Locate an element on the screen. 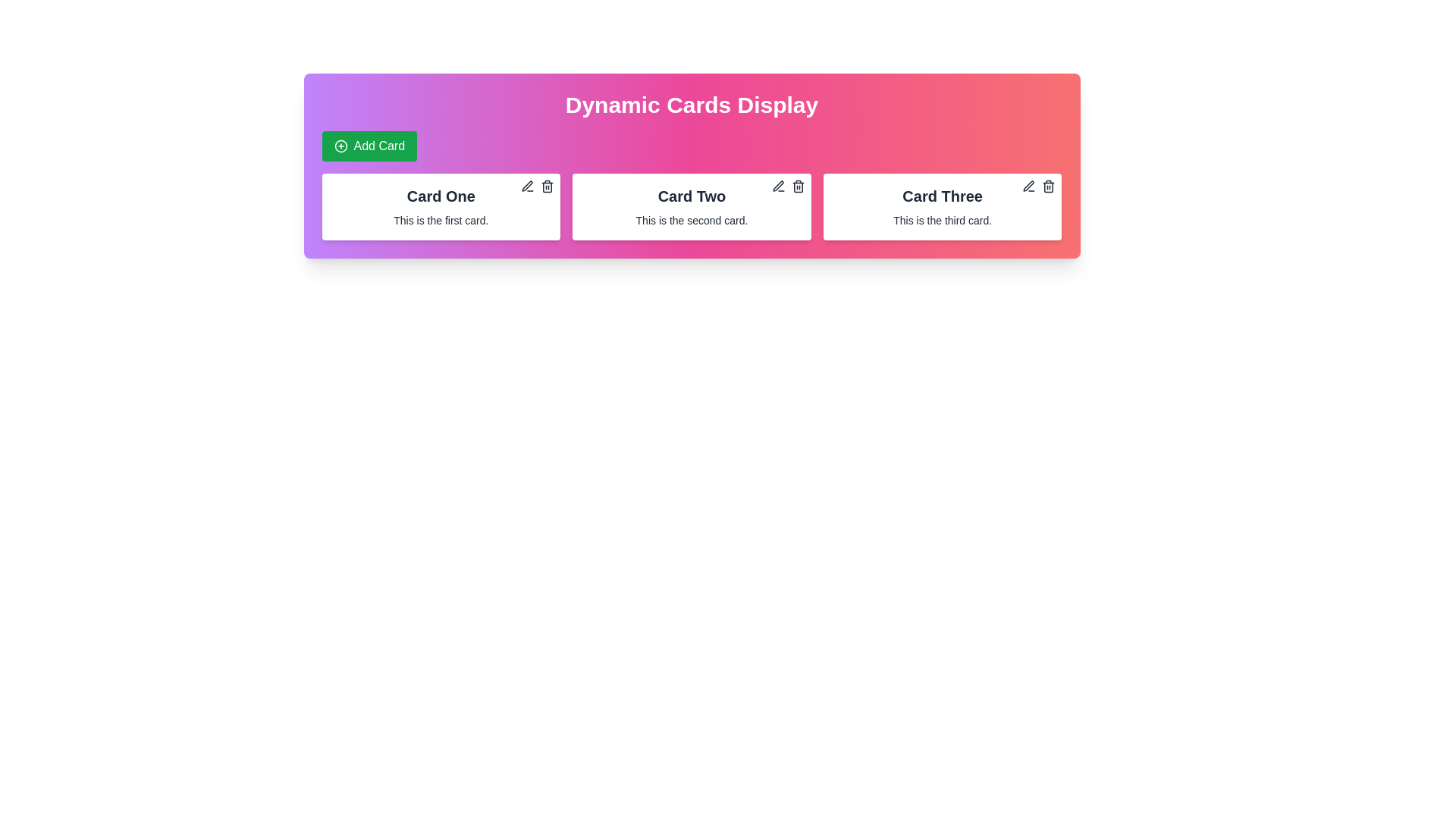  the icon button located in the top-right corner of 'Card Three' to initiate editing of the card's contents is located at coordinates (1029, 185).